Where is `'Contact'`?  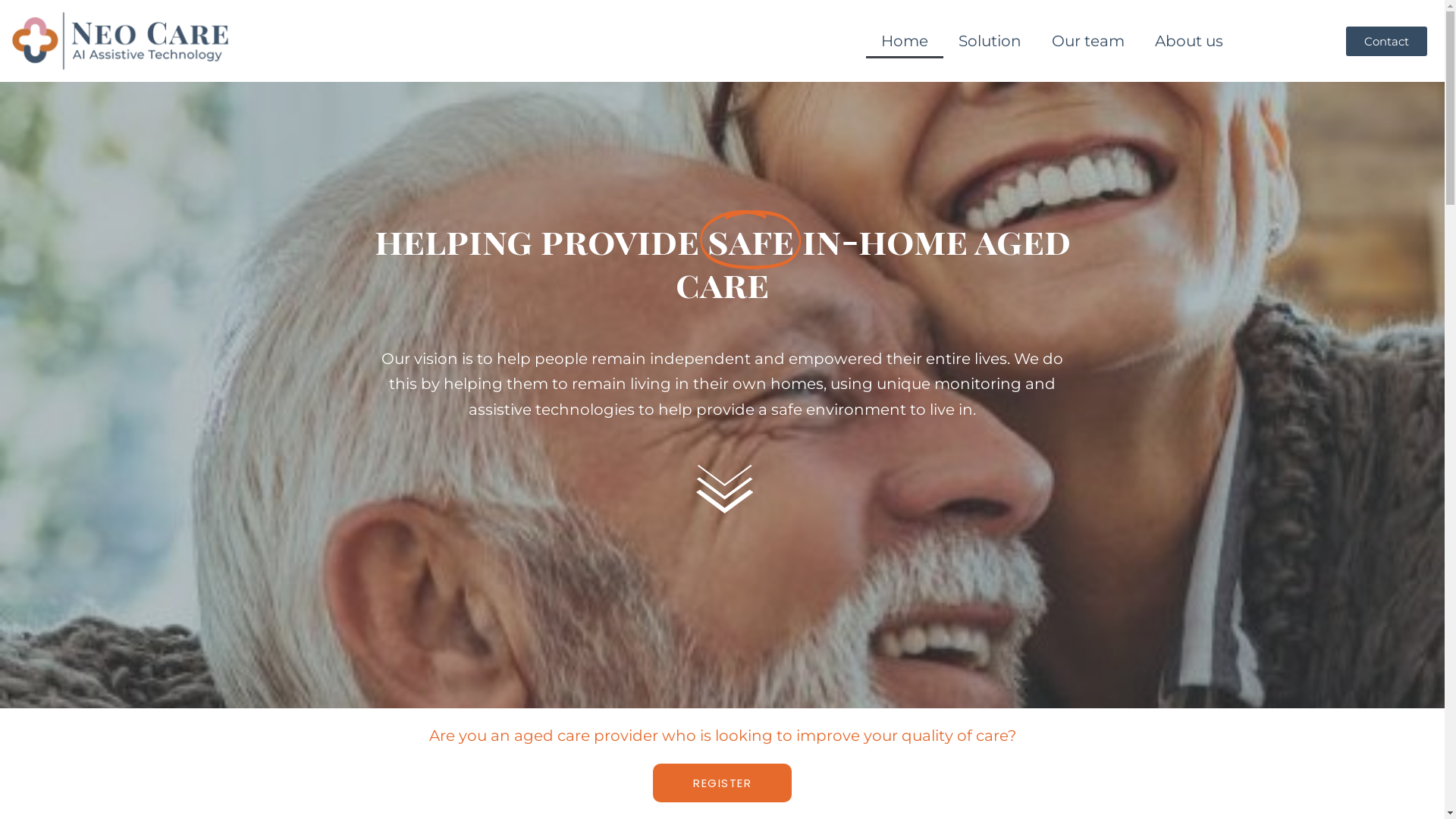 'Contact' is located at coordinates (1386, 40).